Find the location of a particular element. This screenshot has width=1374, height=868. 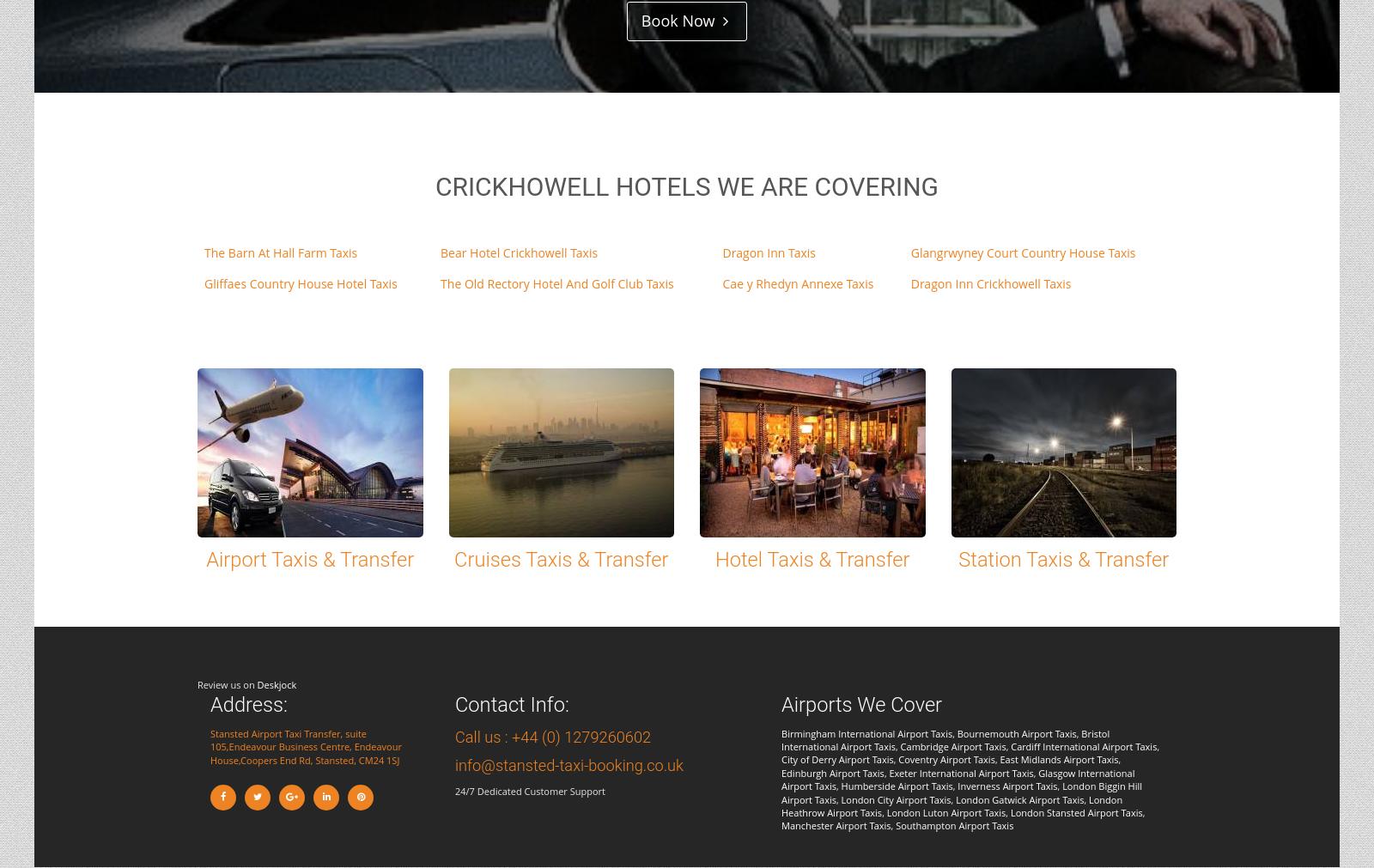

'City of Derry Airport Taxis' is located at coordinates (836, 759).